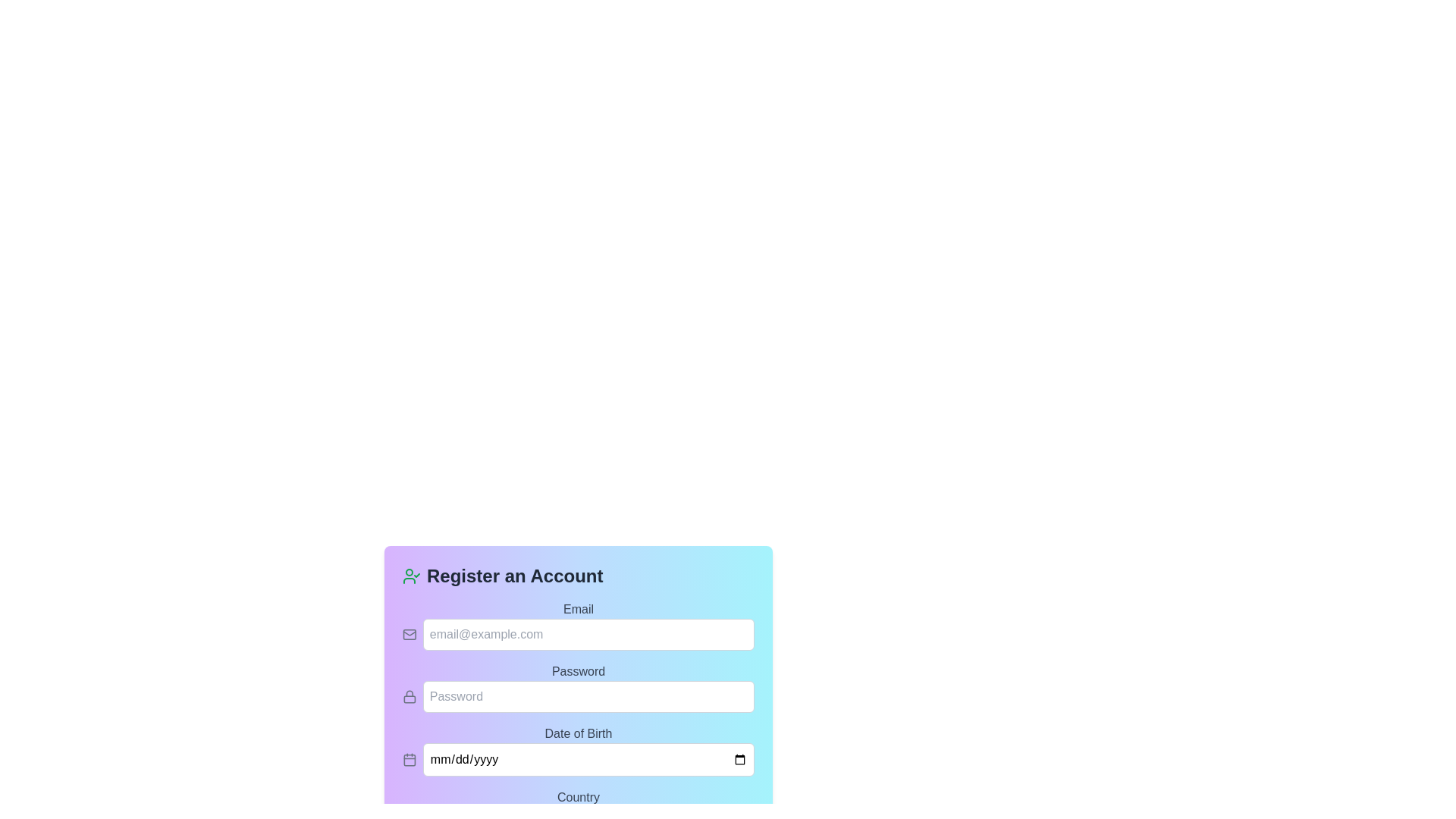  What do you see at coordinates (578, 797) in the screenshot?
I see `the 'Country' text label, which is medium-sized, gray-colored, and located above the dropdown menu labeled 'Select your country' in the registration form interface` at bounding box center [578, 797].